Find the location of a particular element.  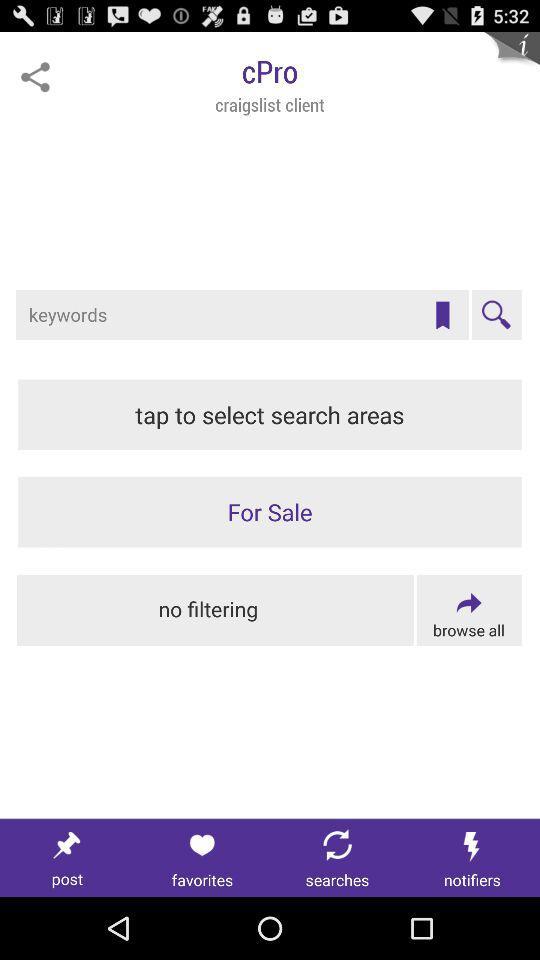

search for item on craigslist is located at coordinates (242, 315).